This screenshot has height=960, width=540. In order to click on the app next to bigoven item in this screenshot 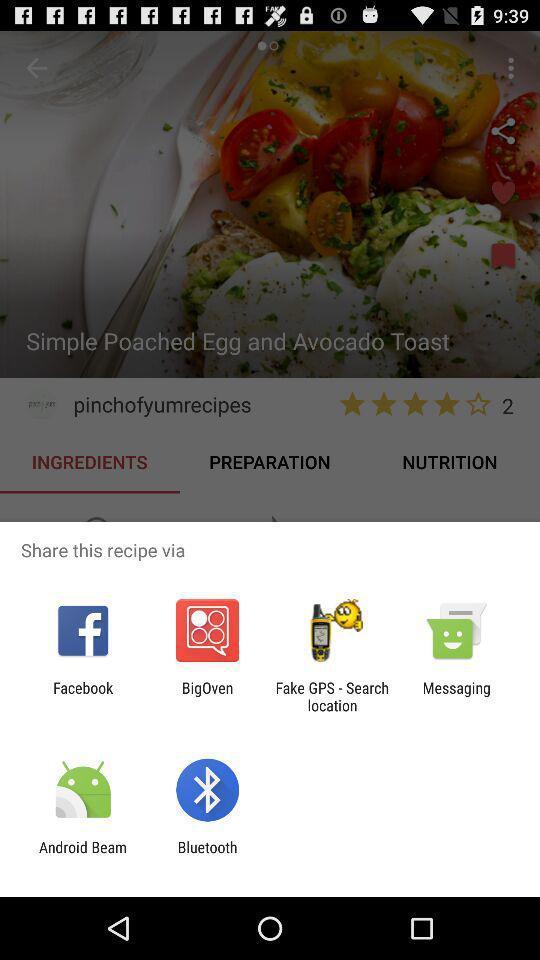, I will do `click(332, 696)`.